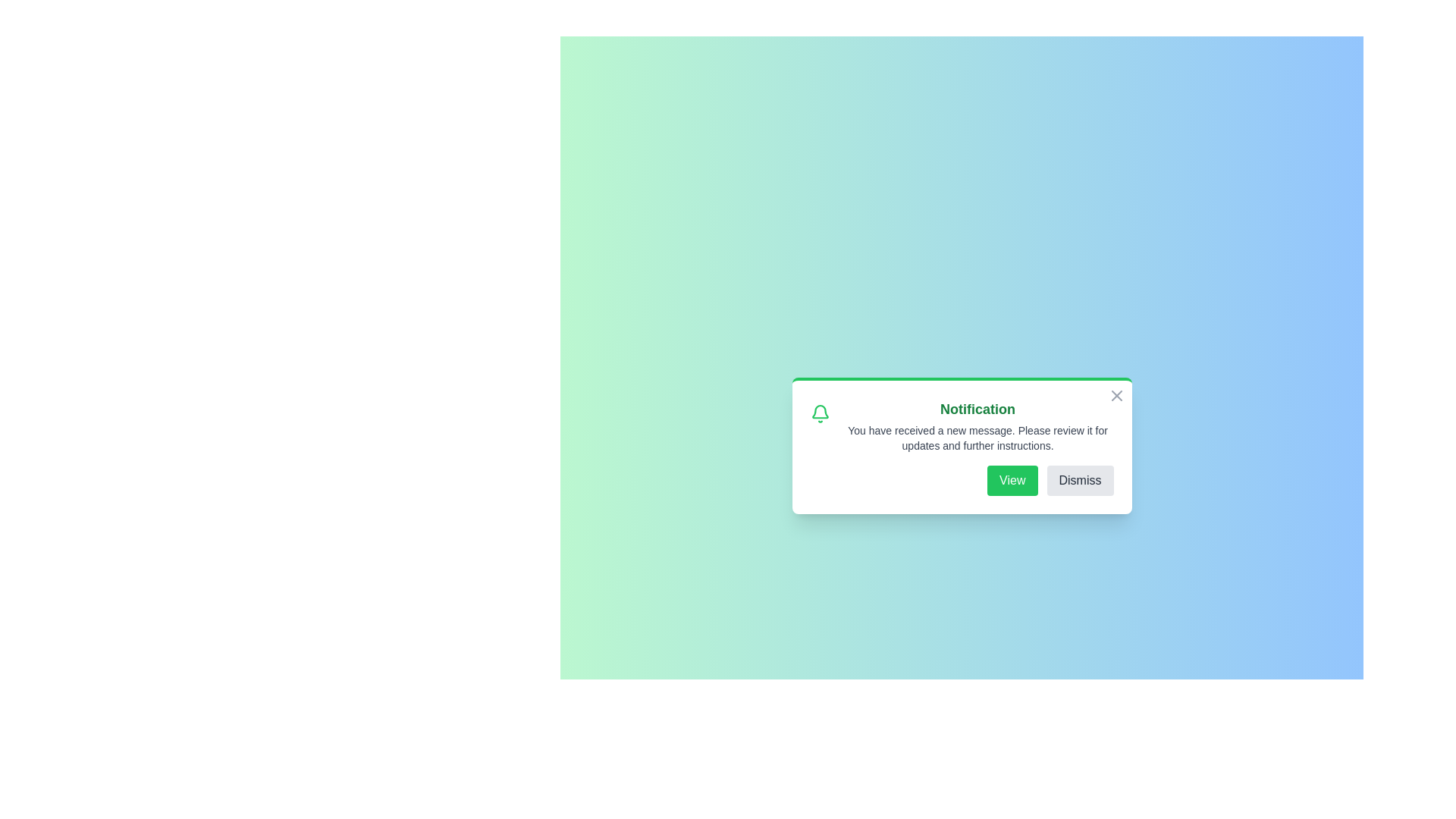 This screenshot has height=819, width=1456. Describe the element at coordinates (1079, 480) in the screenshot. I see `the 'Dismiss' button to close the notification` at that location.